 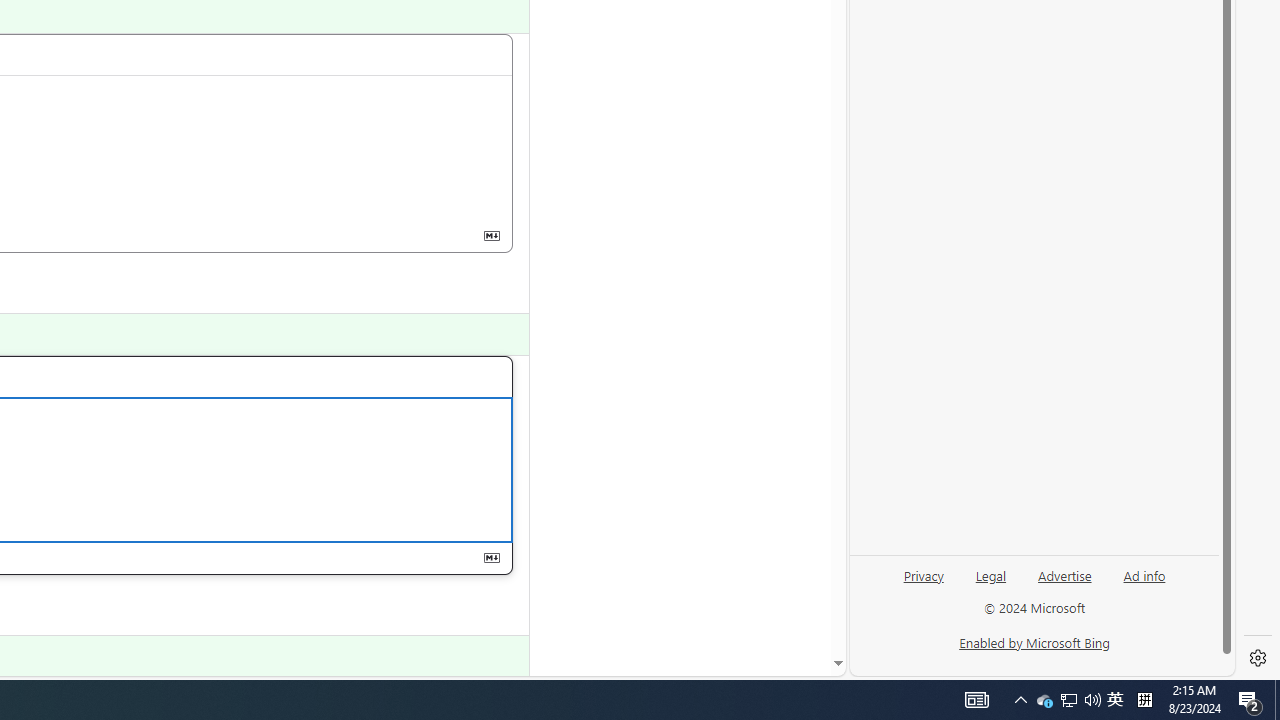 What do you see at coordinates (1063, 574) in the screenshot?
I see `'Advertise'` at bounding box center [1063, 574].